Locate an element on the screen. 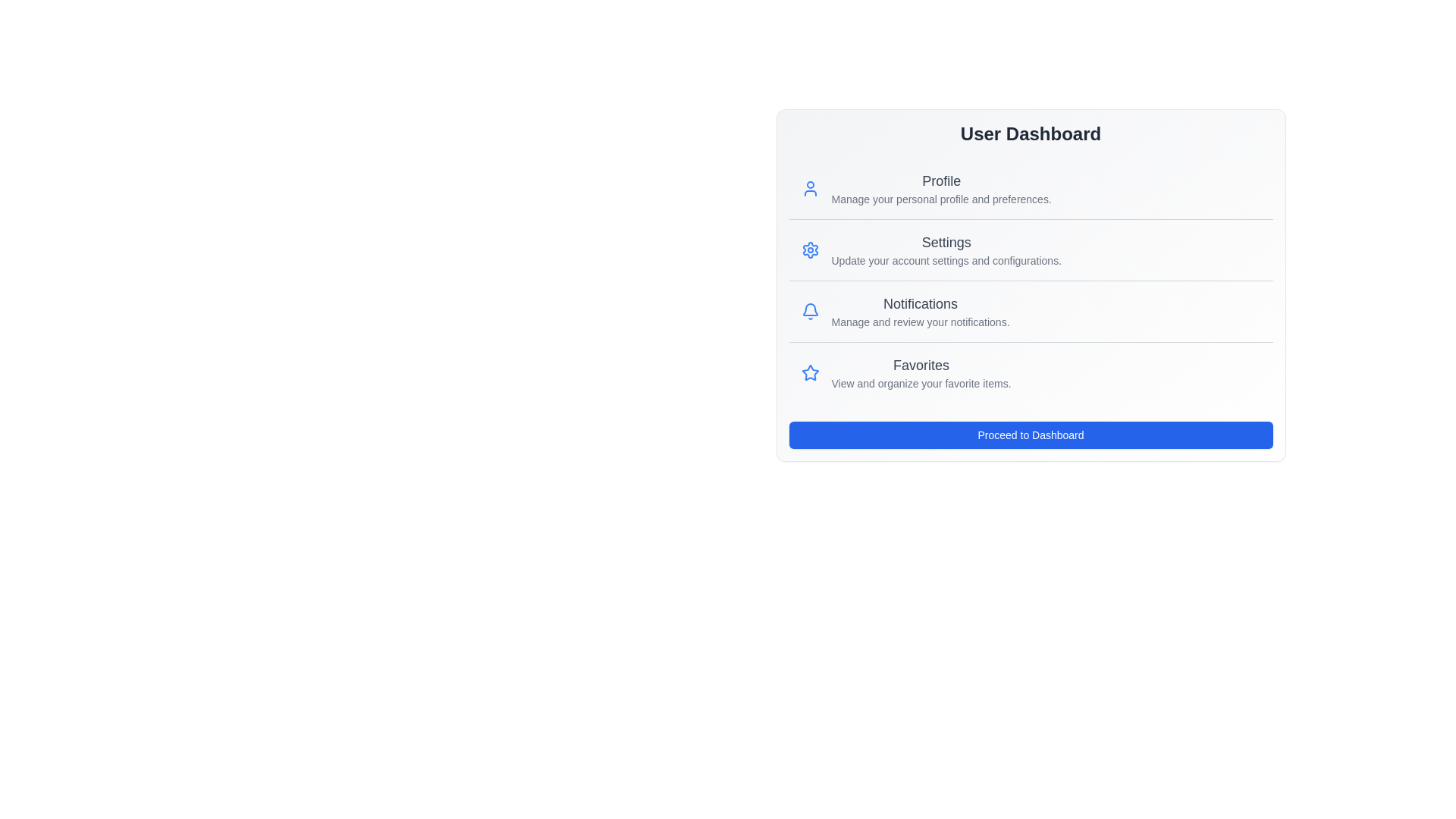  the 'Notifications' text label element, which is styled with a larger font size and medium font weight, located in the Notifications section of the dashboard is located at coordinates (920, 304).